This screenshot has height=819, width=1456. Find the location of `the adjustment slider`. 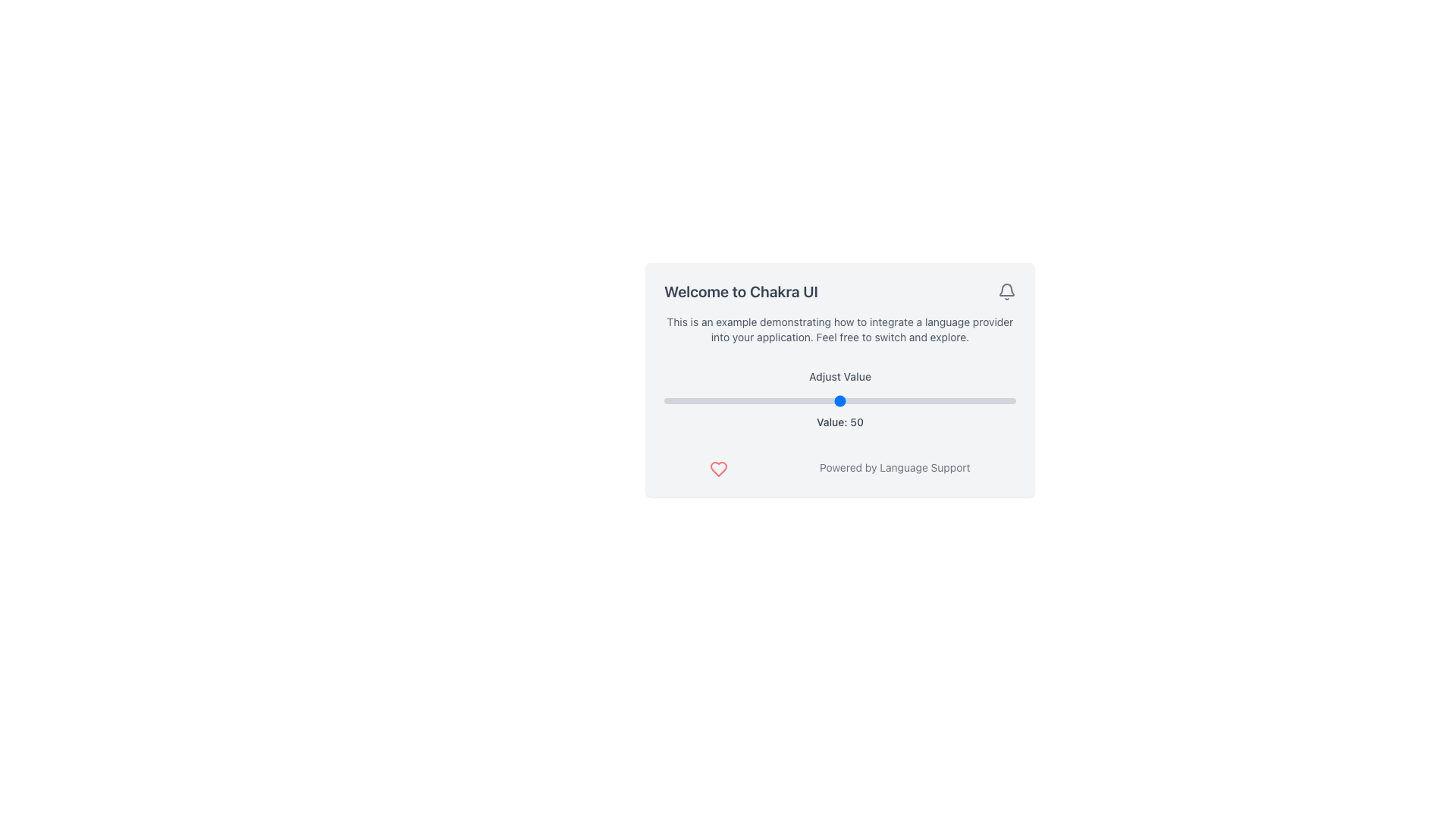

the adjustment slider is located at coordinates (688, 400).